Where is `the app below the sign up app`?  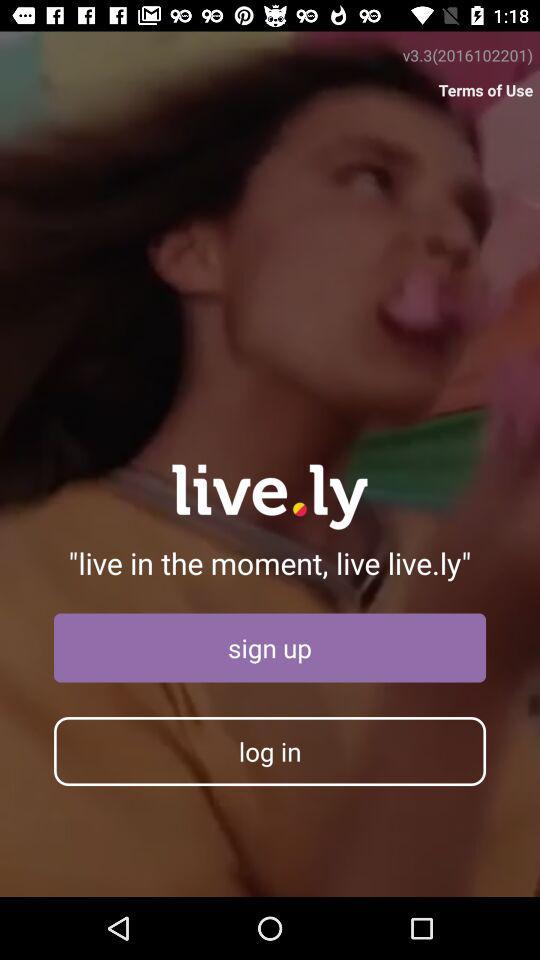 the app below the sign up app is located at coordinates (270, 750).